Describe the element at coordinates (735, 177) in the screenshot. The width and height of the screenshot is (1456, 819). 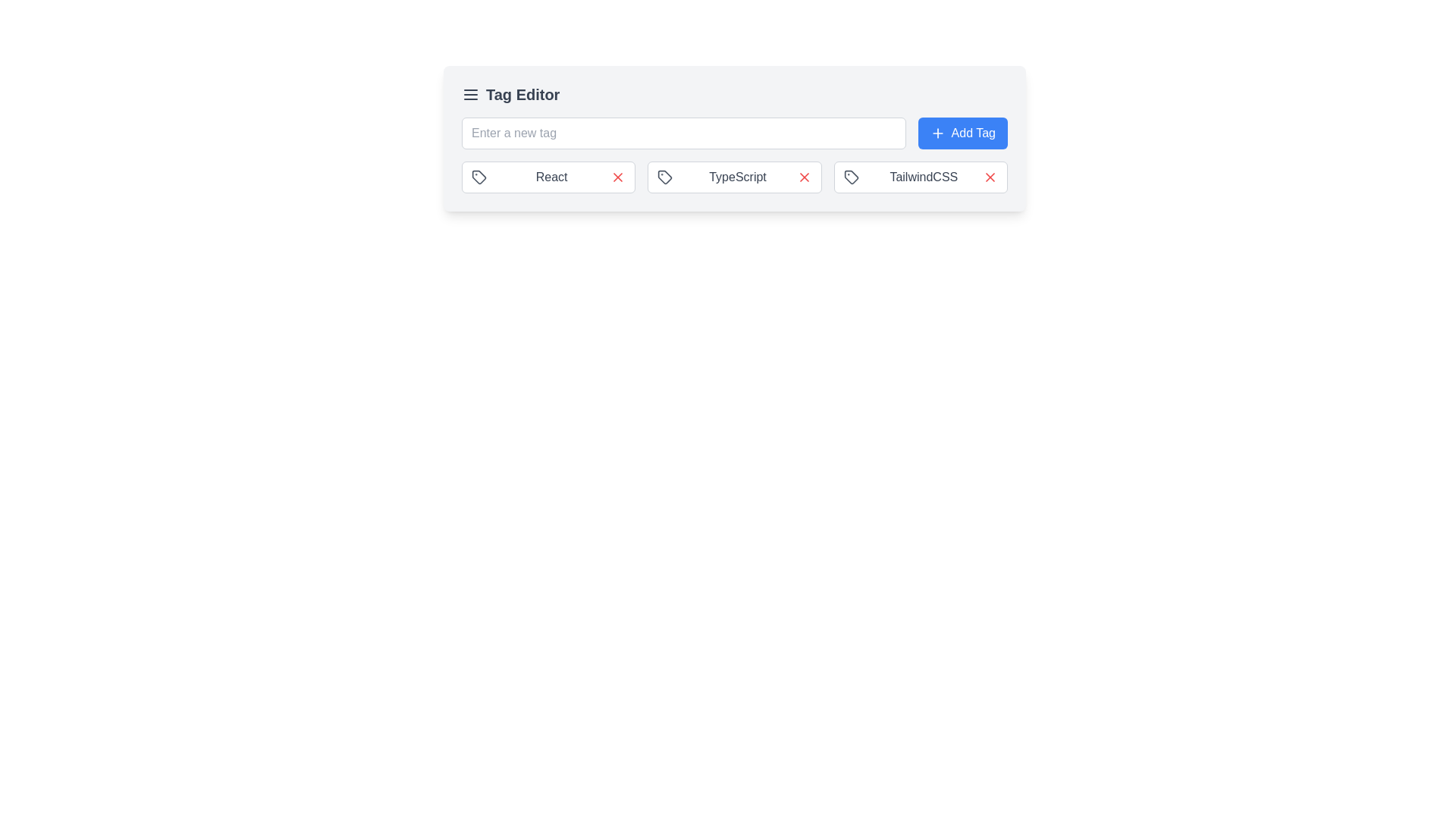
I see `the 'TypeScript' tag indicator` at that location.